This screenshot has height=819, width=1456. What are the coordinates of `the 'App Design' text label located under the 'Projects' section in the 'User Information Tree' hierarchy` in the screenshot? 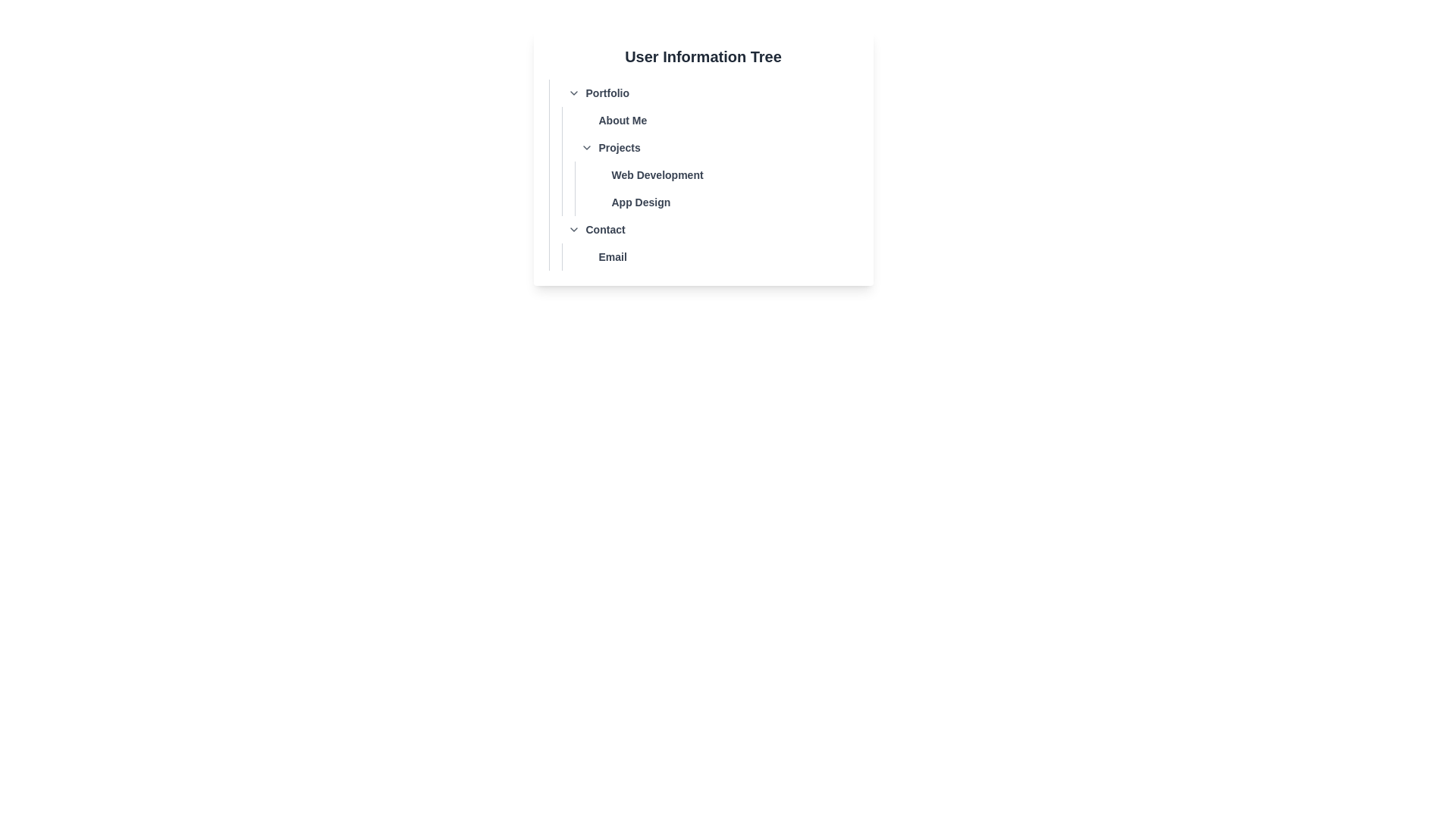 It's located at (722, 201).